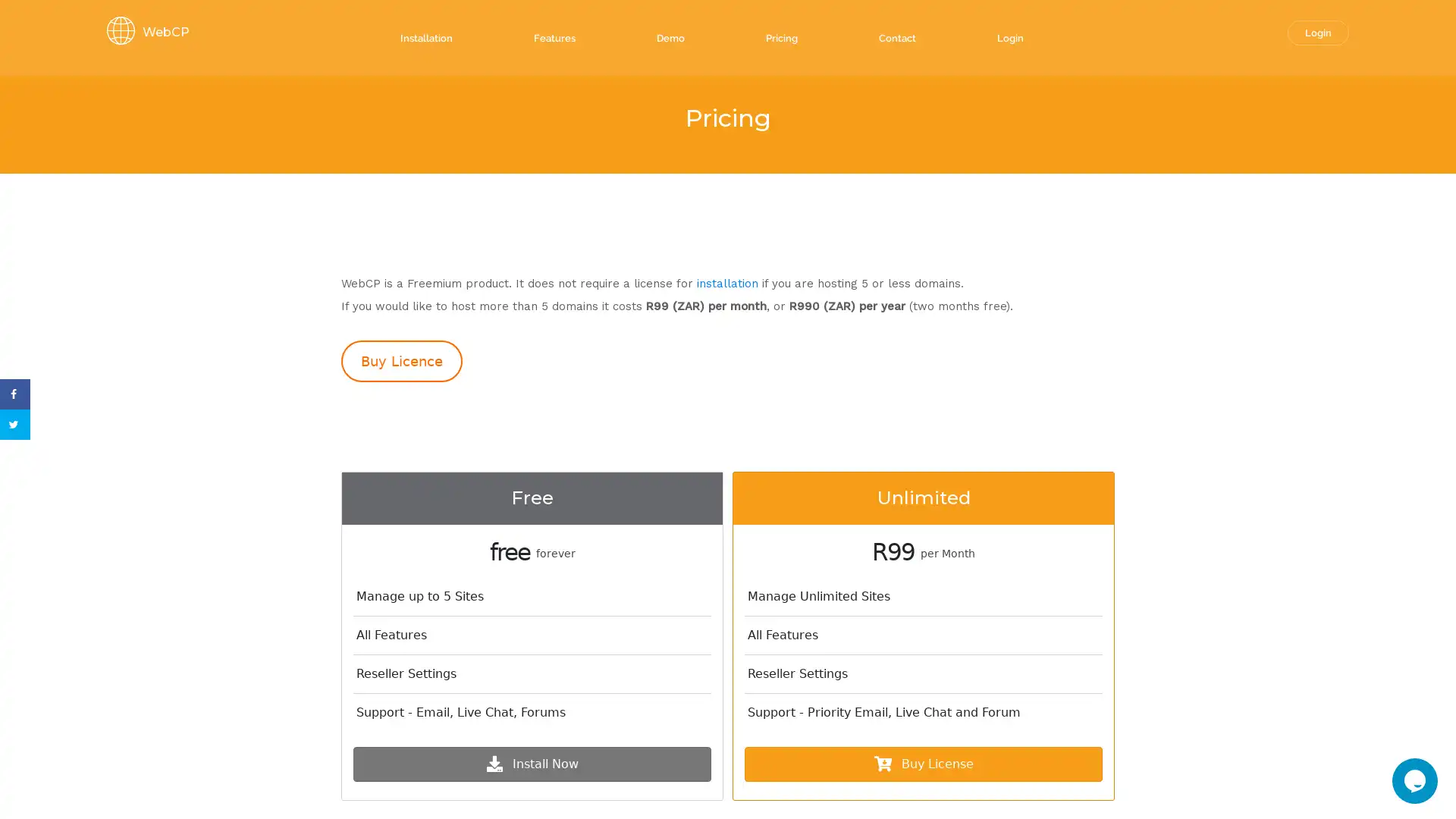 The image size is (1456, 819). I want to click on Install Now, so click(532, 764).